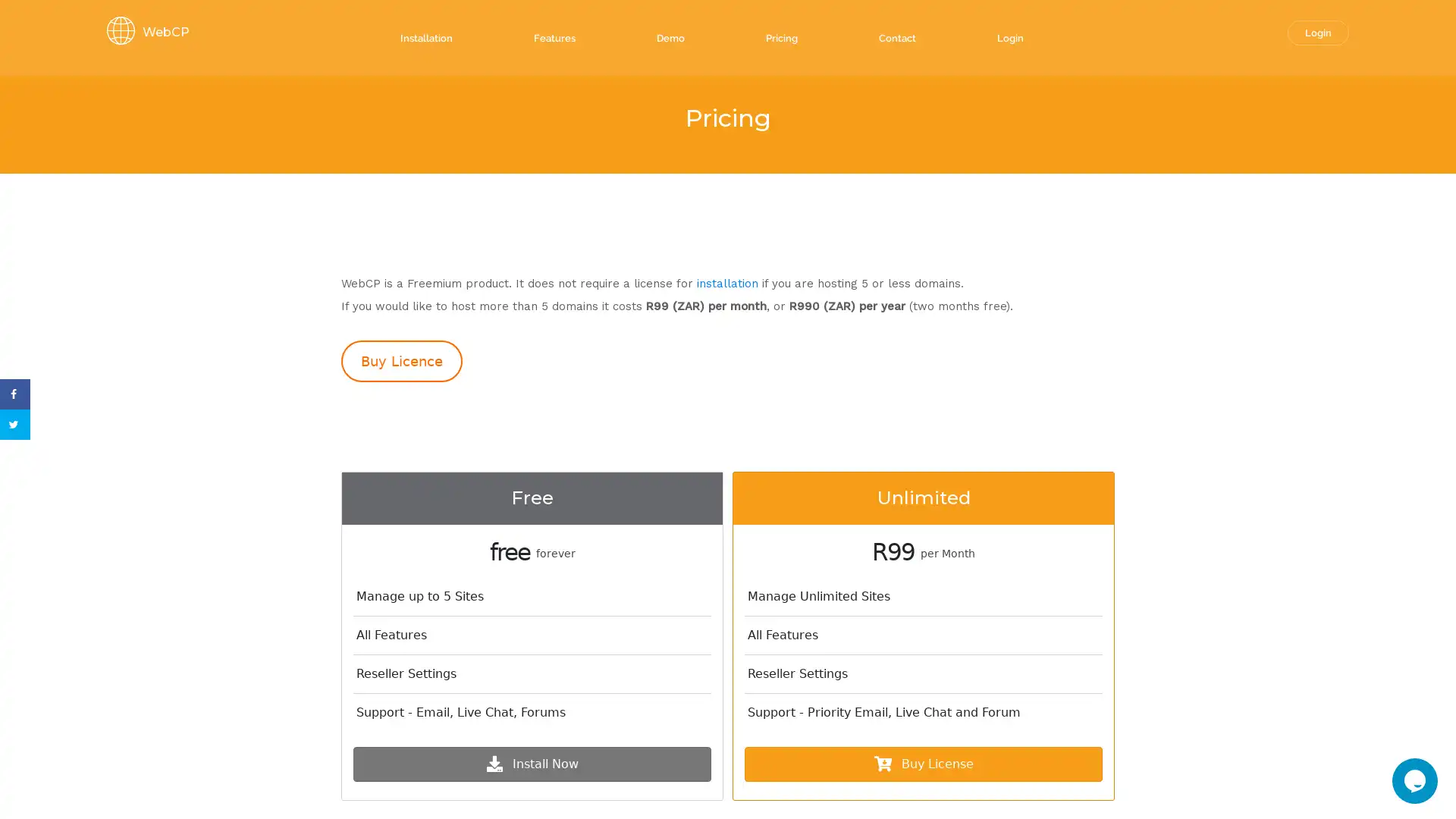 The image size is (1456, 819). I want to click on Install Now, so click(532, 764).